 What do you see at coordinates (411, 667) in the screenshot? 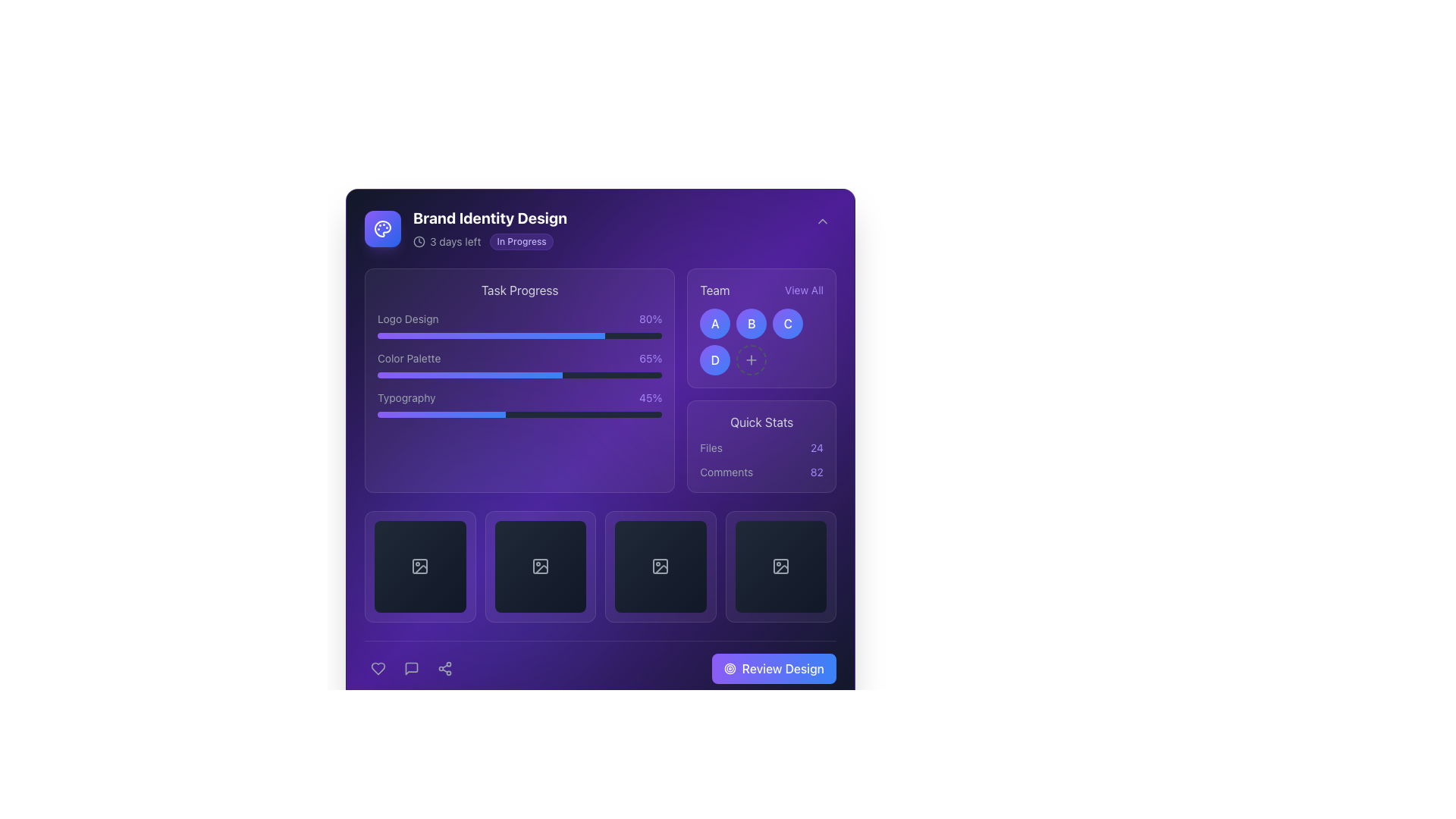
I see `the chat or comment bubble icon located in the bottom bar, which is situated between the heart icon and the share icon` at bounding box center [411, 667].